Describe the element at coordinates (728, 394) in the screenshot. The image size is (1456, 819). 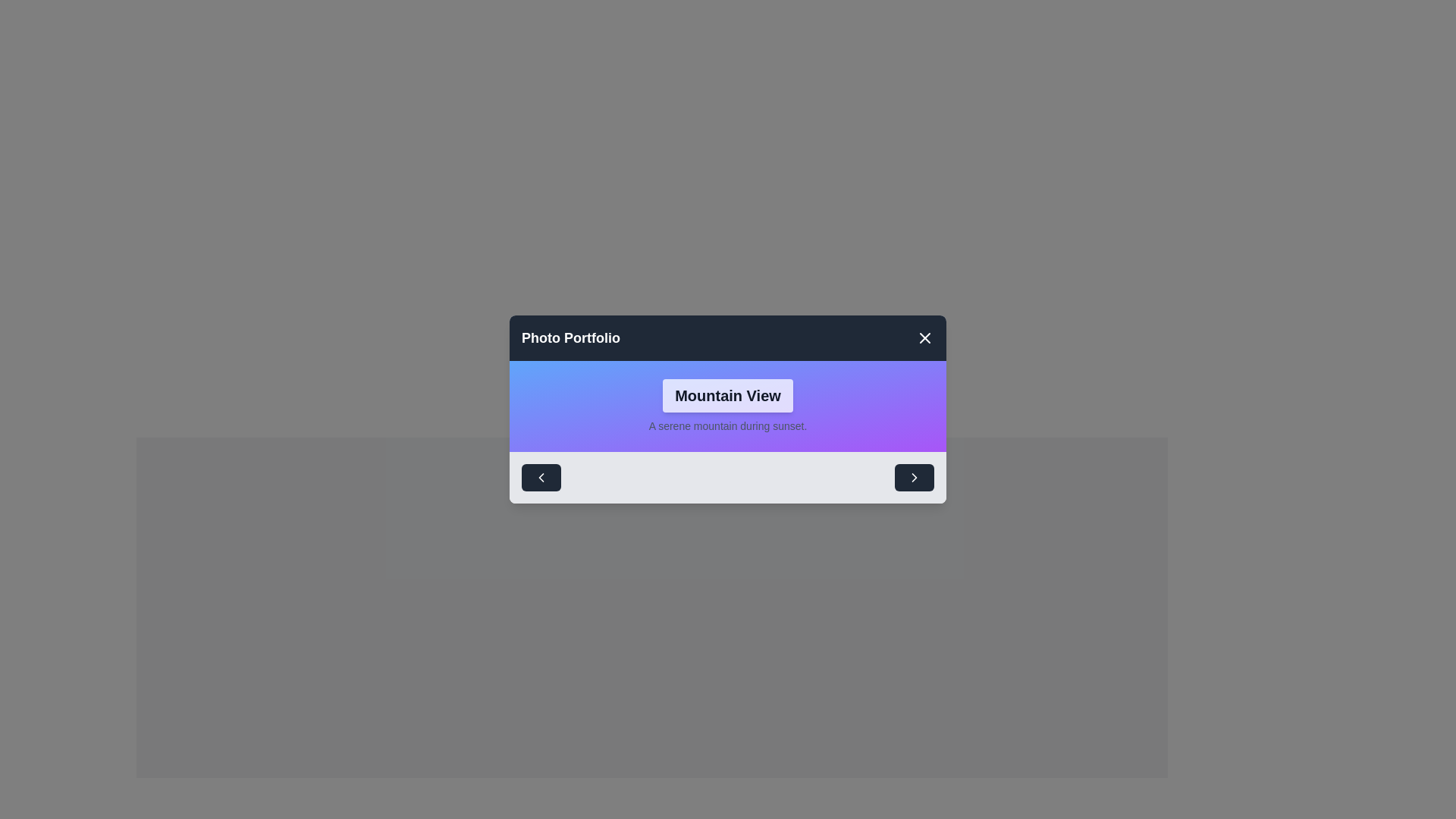
I see `the Text label that displays 'Mountain View', which is centered in a modal with a gradient background and has a semi-transparent white background with rounded corners` at that location.